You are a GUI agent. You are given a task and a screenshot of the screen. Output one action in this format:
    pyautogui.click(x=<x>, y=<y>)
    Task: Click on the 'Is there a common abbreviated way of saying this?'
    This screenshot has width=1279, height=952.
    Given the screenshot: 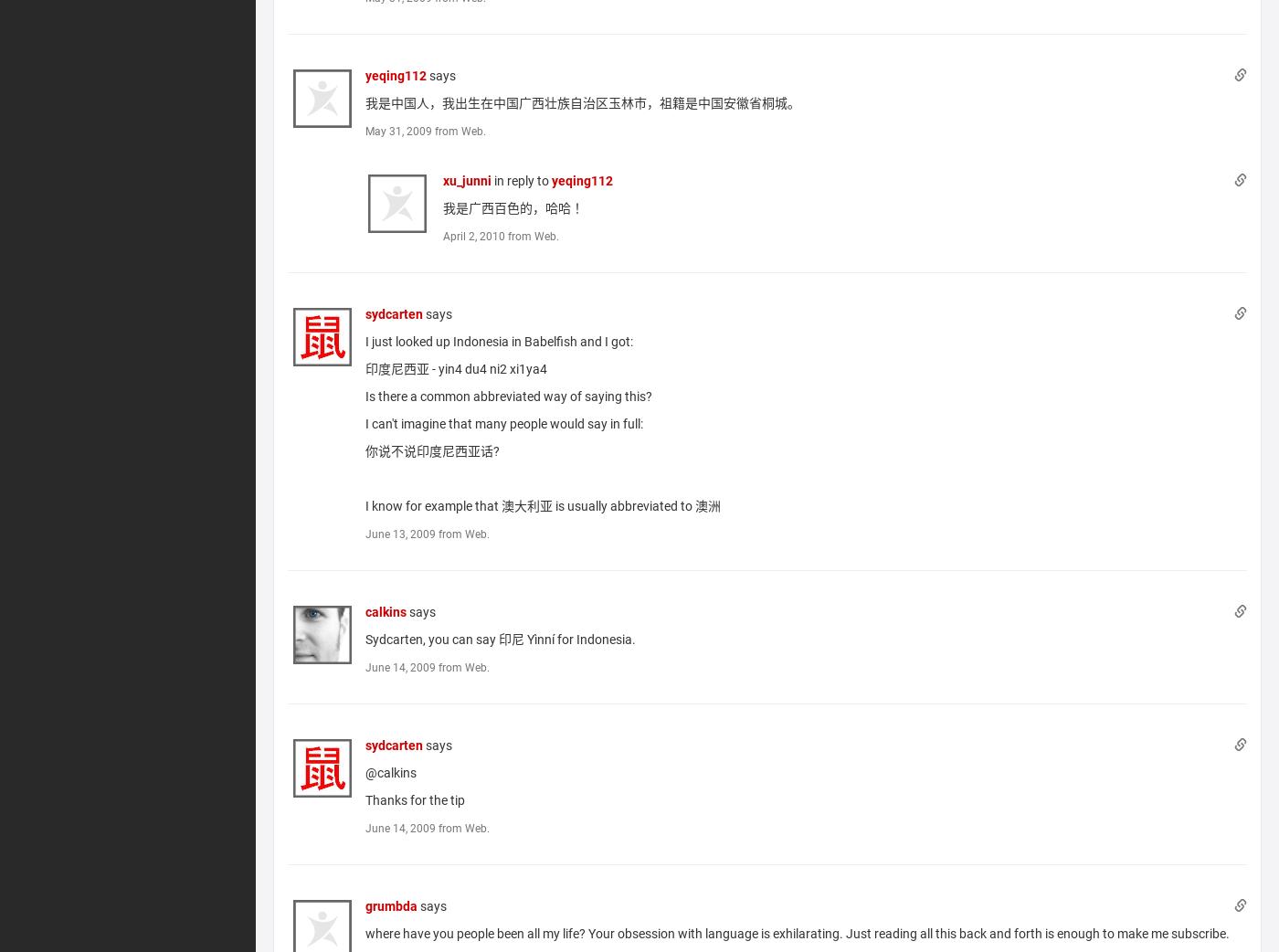 What is the action you would take?
    pyautogui.click(x=509, y=394)
    